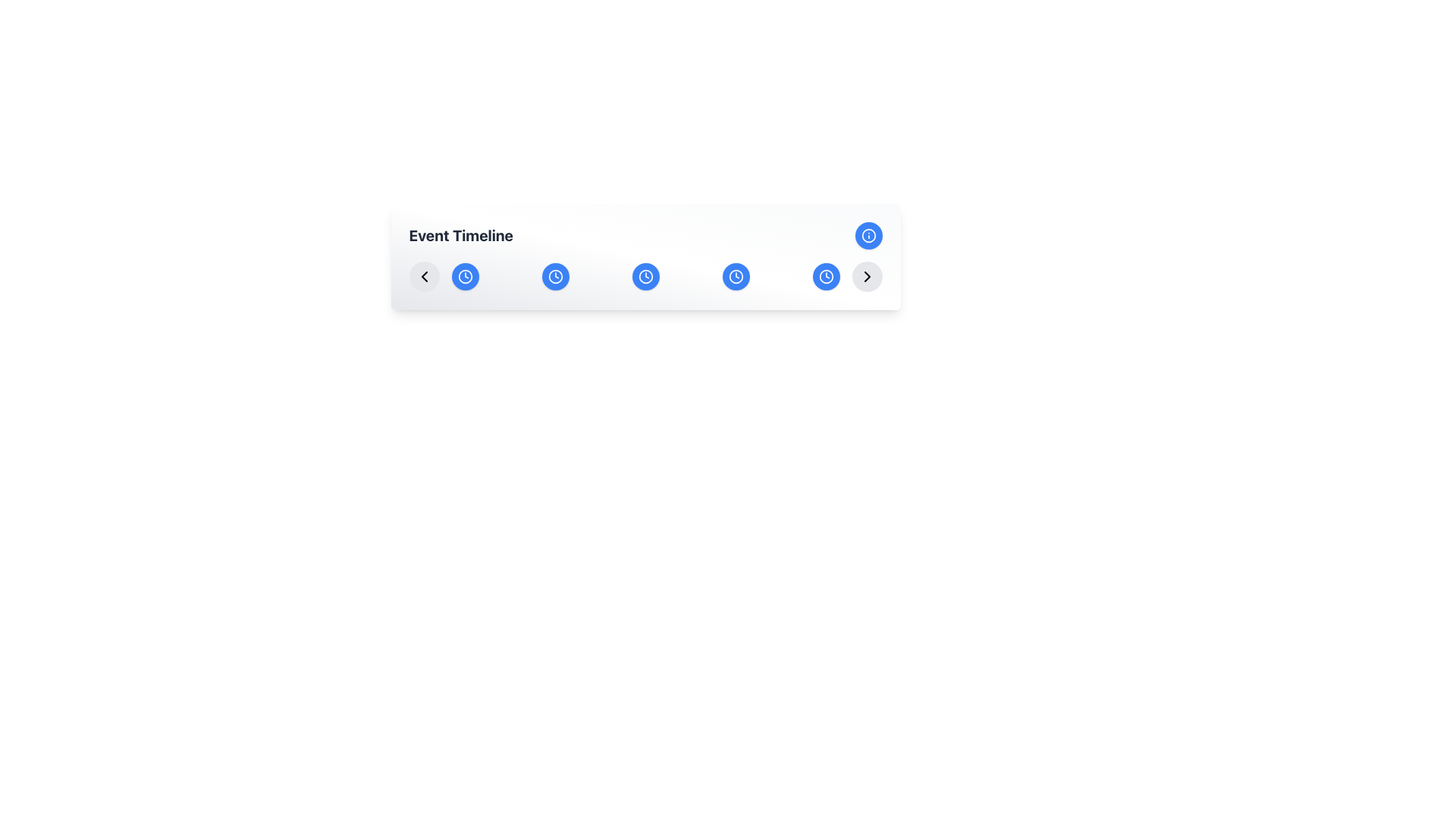 This screenshot has height=819, width=1456. Describe the element at coordinates (554, 277) in the screenshot. I see `the second button in the 'Event Timeline' section that allows users to view 'Event details for Feb' using keyboard navigation` at that location.